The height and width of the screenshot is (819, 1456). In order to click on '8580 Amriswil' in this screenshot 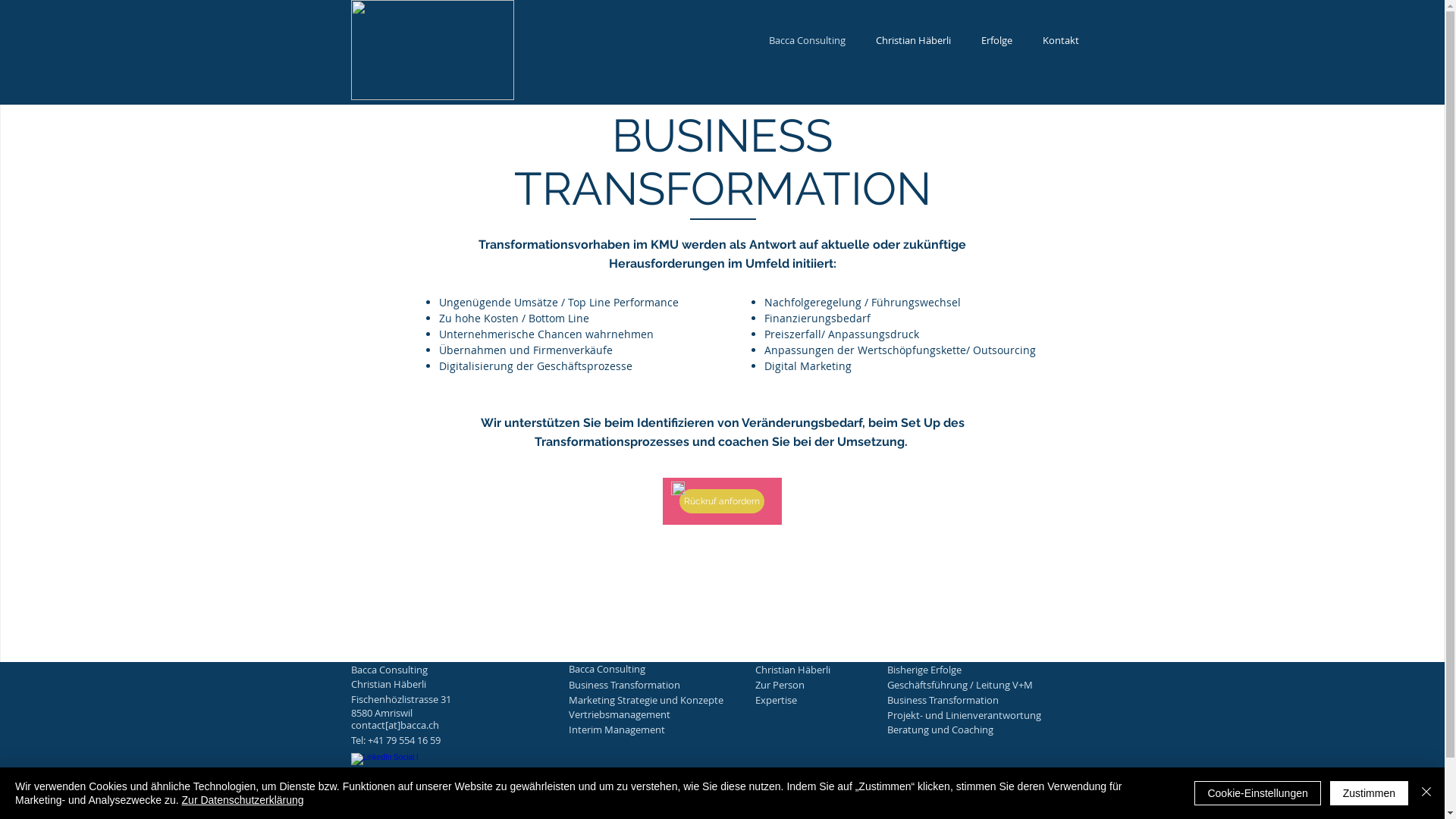, I will do `click(428, 713)`.